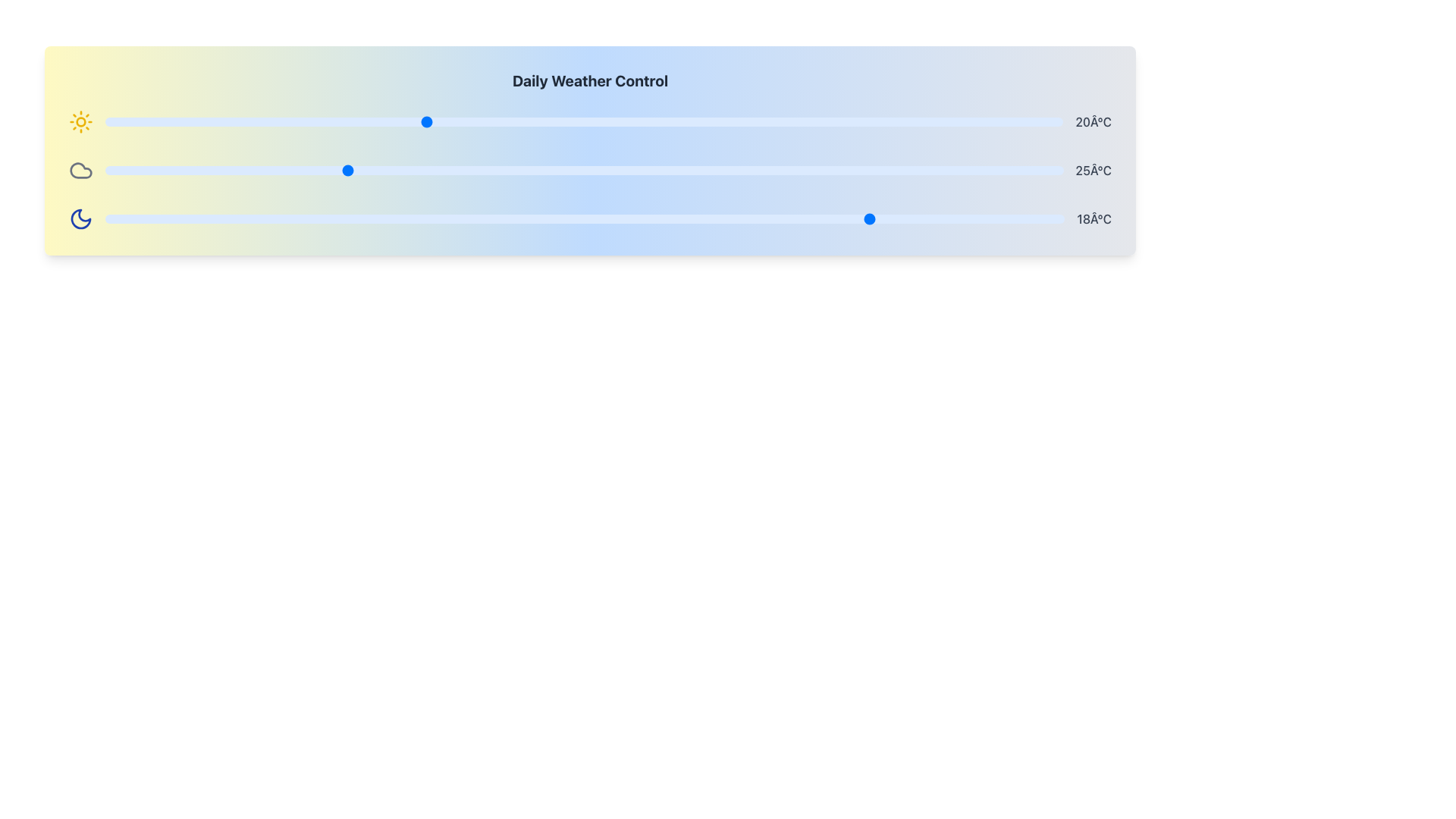 This screenshot has height=819, width=1456. Describe the element at coordinates (1015, 170) in the screenshot. I see `the slider value` at that location.